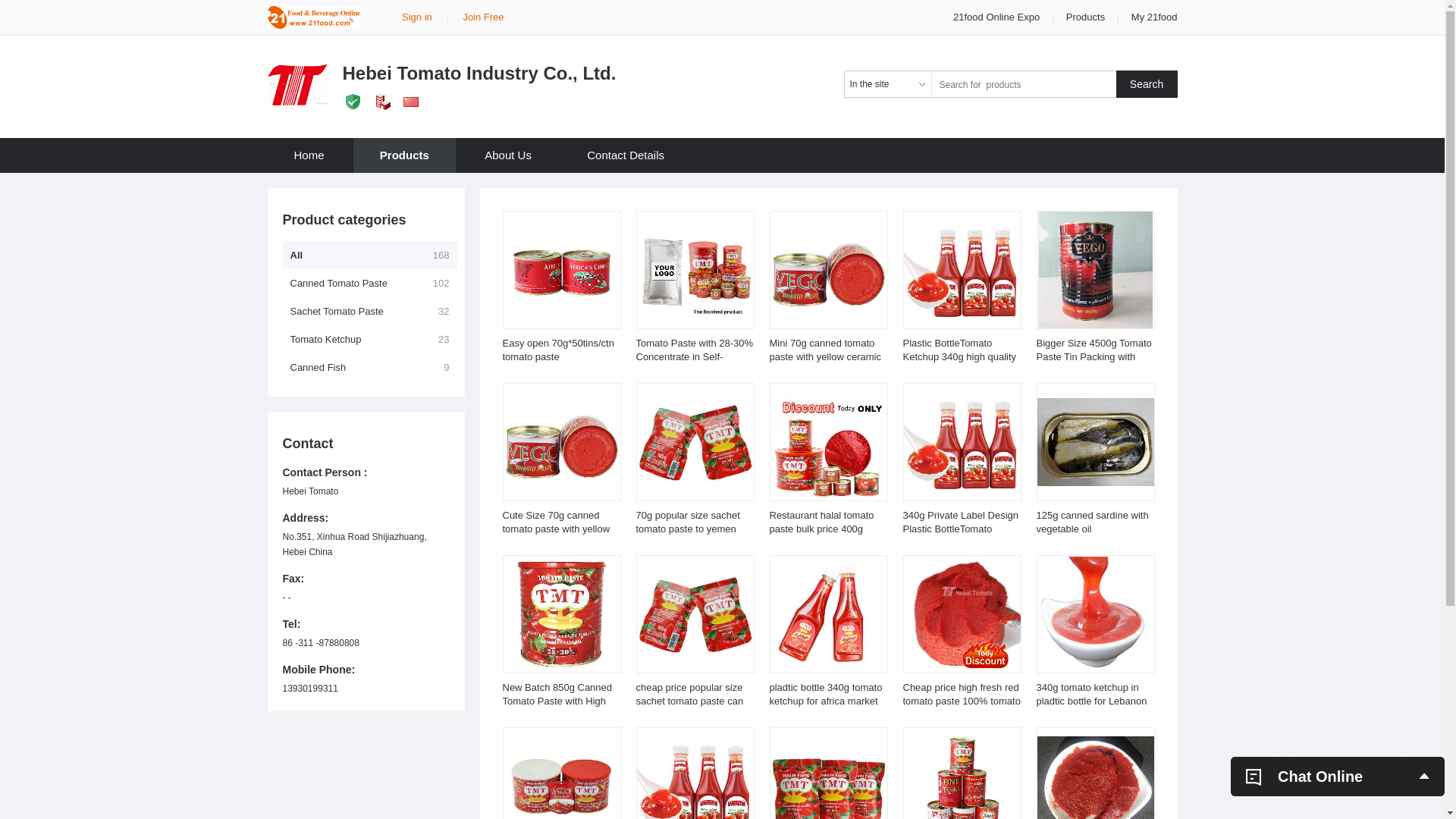 This screenshot has width=1456, height=819. What do you see at coordinates (1090, 701) in the screenshot?
I see `'340g tomato ketchup in pladtic bottle for Lebanon market'` at bounding box center [1090, 701].